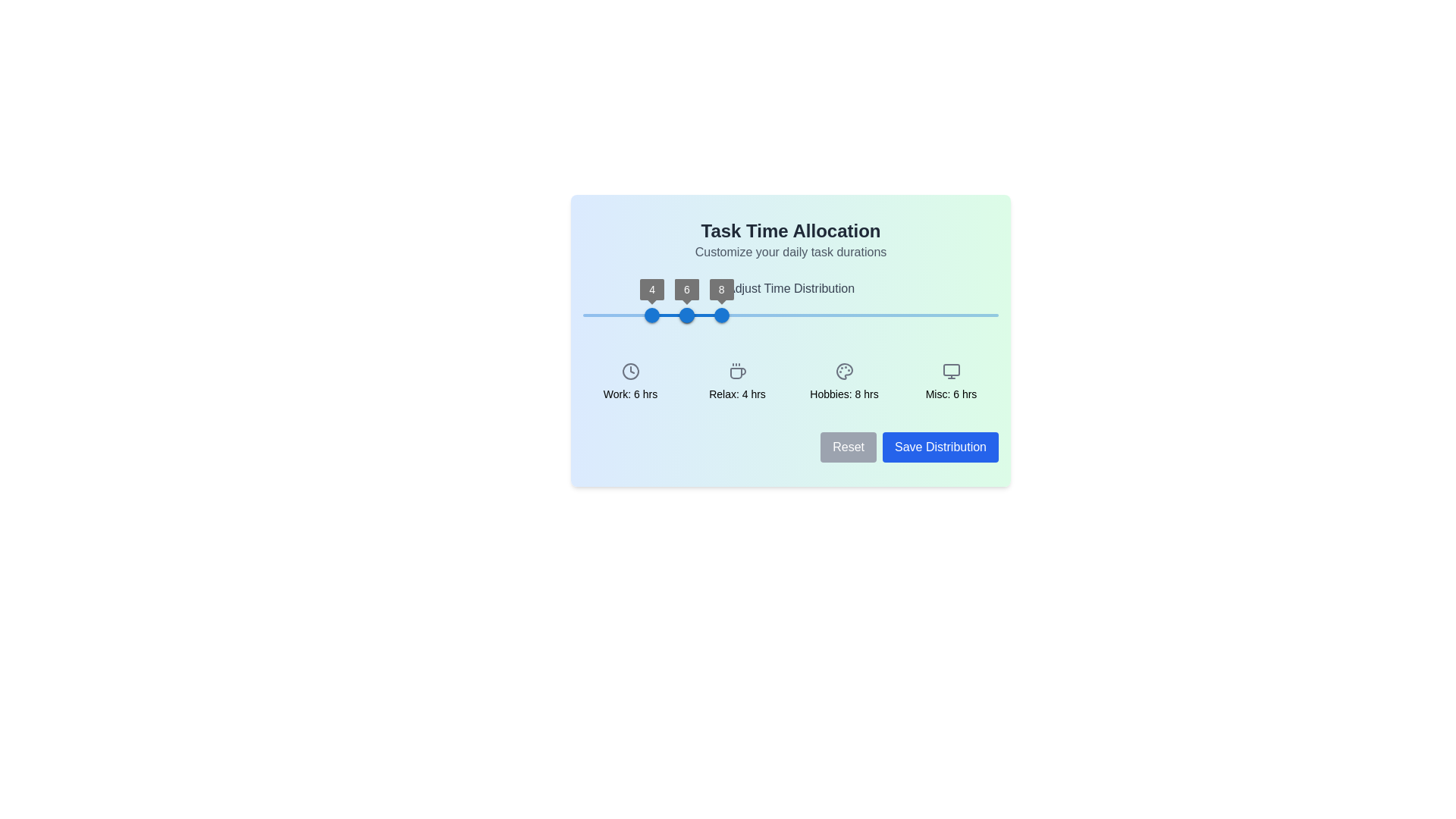 The width and height of the screenshot is (1456, 819). What do you see at coordinates (657, 315) in the screenshot?
I see `the slider` at bounding box center [657, 315].